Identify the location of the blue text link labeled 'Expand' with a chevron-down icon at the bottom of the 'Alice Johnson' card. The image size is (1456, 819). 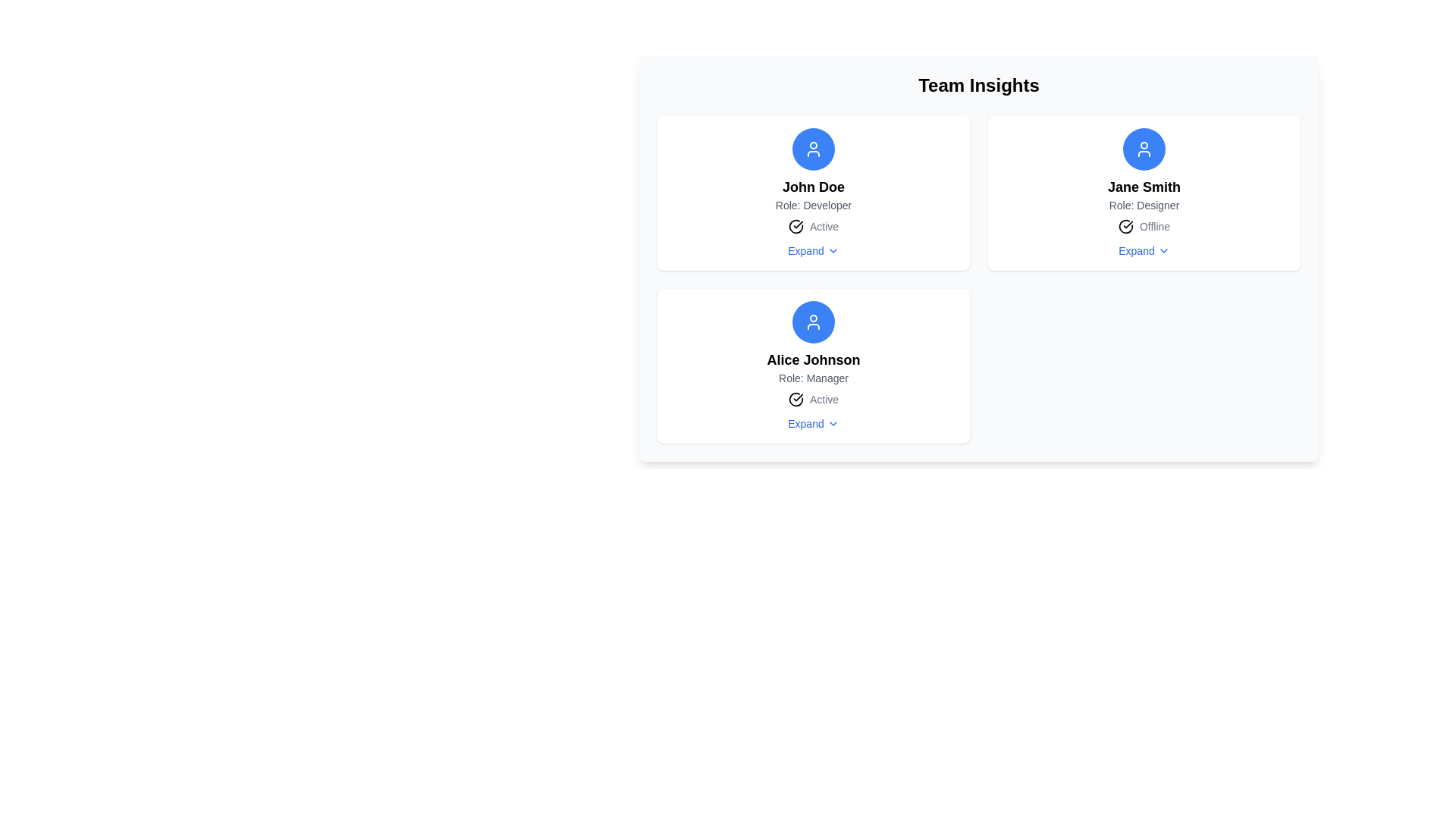
(812, 424).